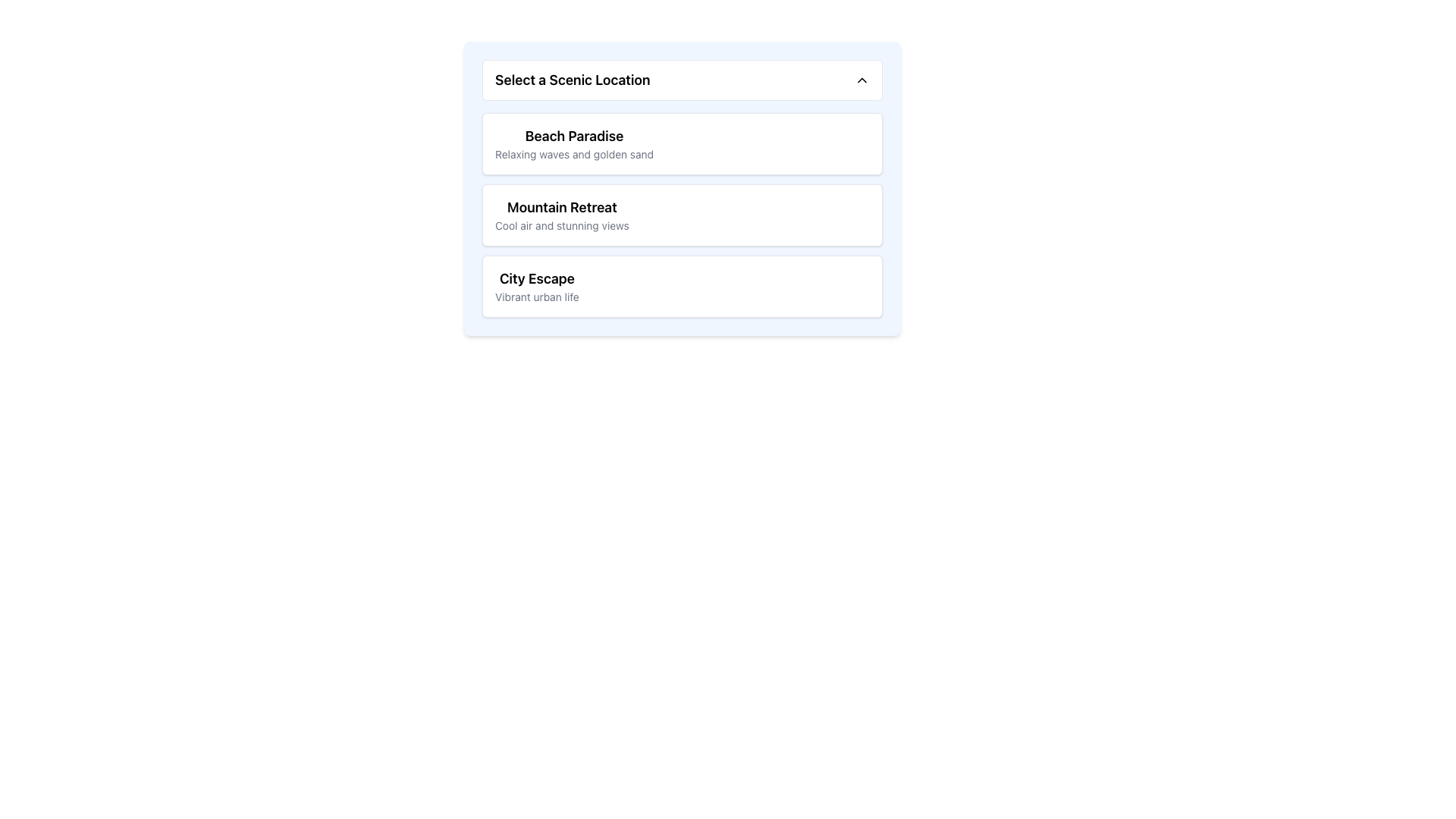  Describe the element at coordinates (537, 278) in the screenshot. I see `title 'City Escape' from the top Text Label in the section that describes 'City Escape'` at that location.